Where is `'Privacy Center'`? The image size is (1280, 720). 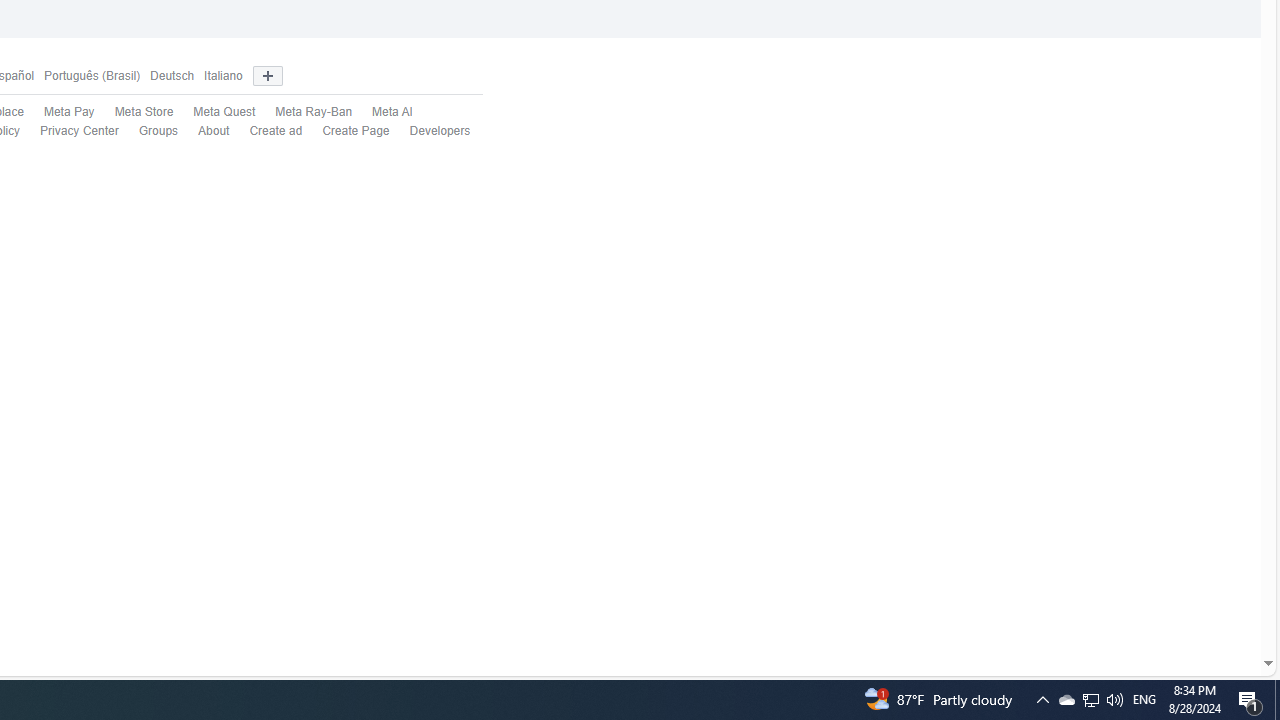 'Privacy Center' is located at coordinates (69, 131).